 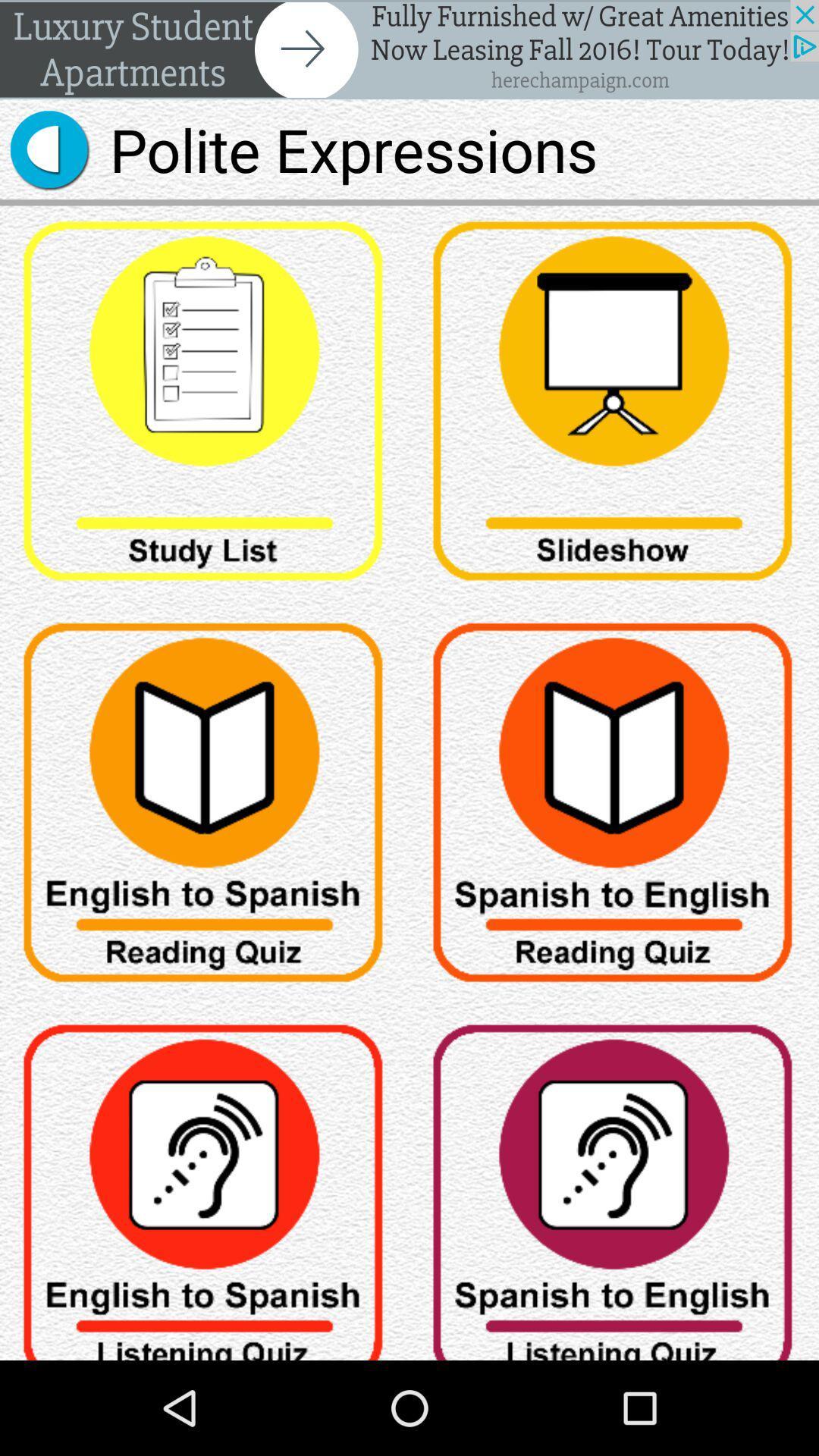 What do you see at coordinates (409, 49) in the screenshot?
I see `addvadisment` at bounding box center [409, 49].